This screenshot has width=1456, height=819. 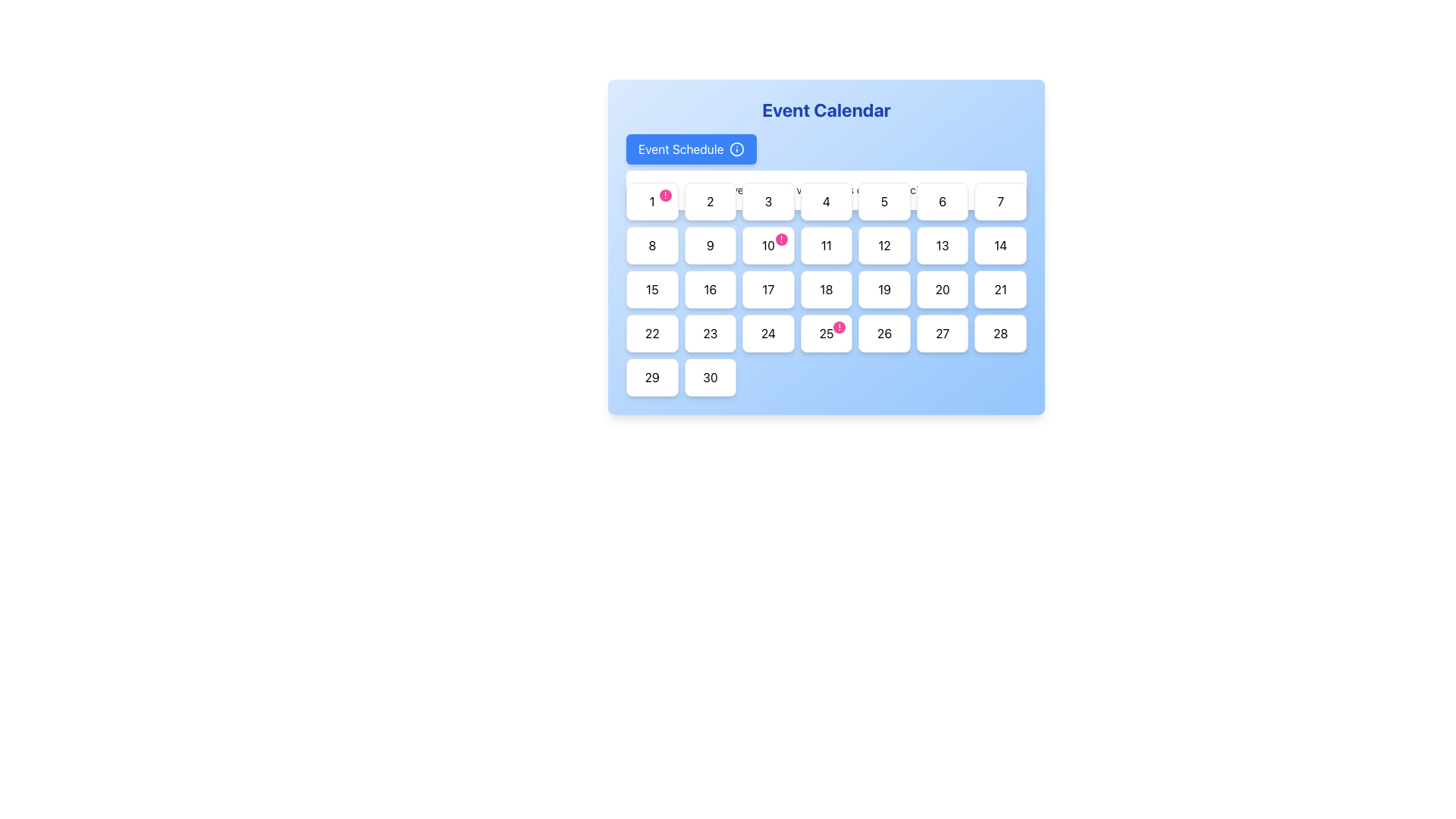 What do you see at coordinates (709, 376) in the screenshot?
I see `the button indicating the 30th day of the month in the date selection grid` at bounding box center [709, 376].